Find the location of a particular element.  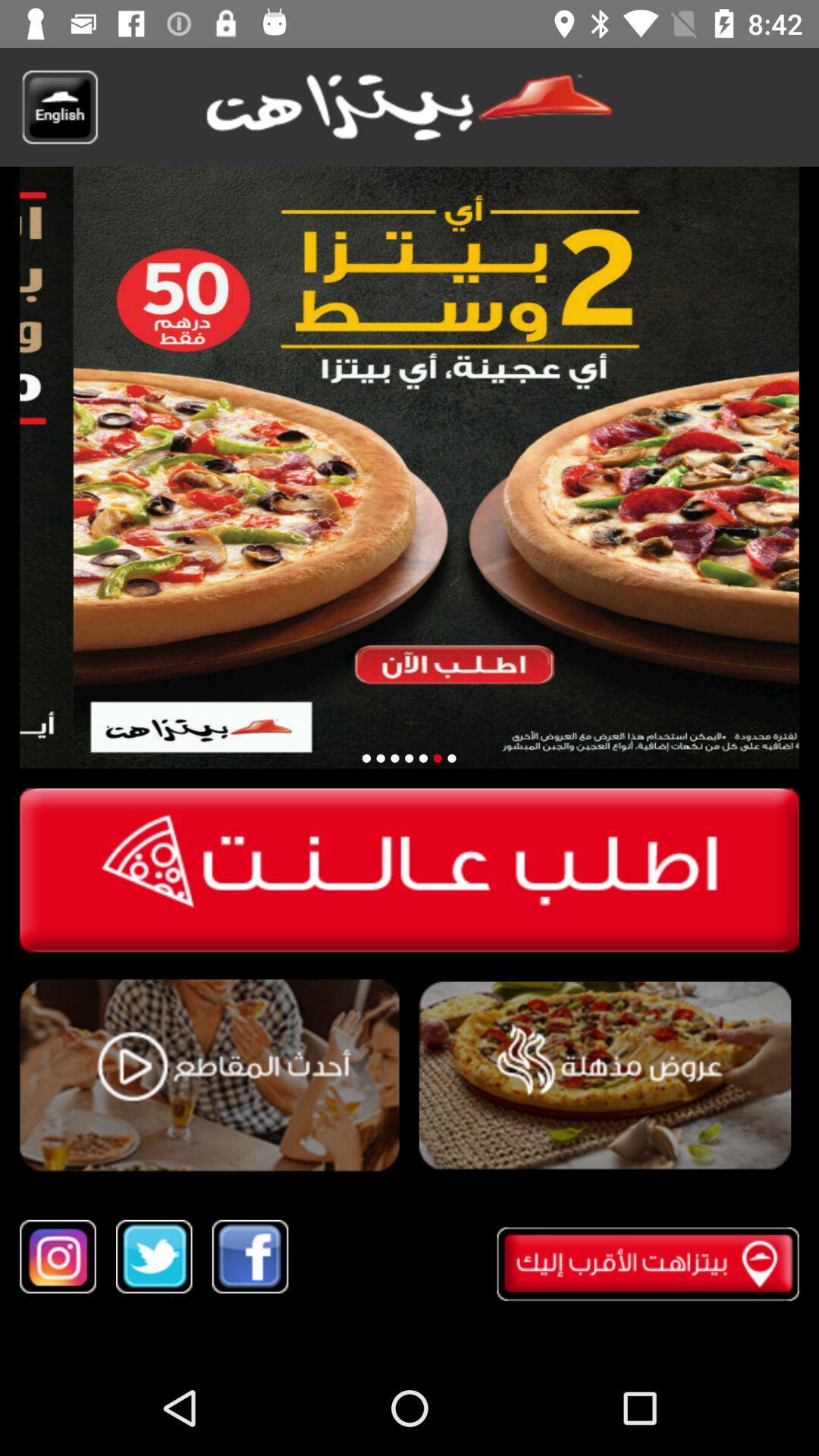

change language to english is located at coordinates (58, 106).